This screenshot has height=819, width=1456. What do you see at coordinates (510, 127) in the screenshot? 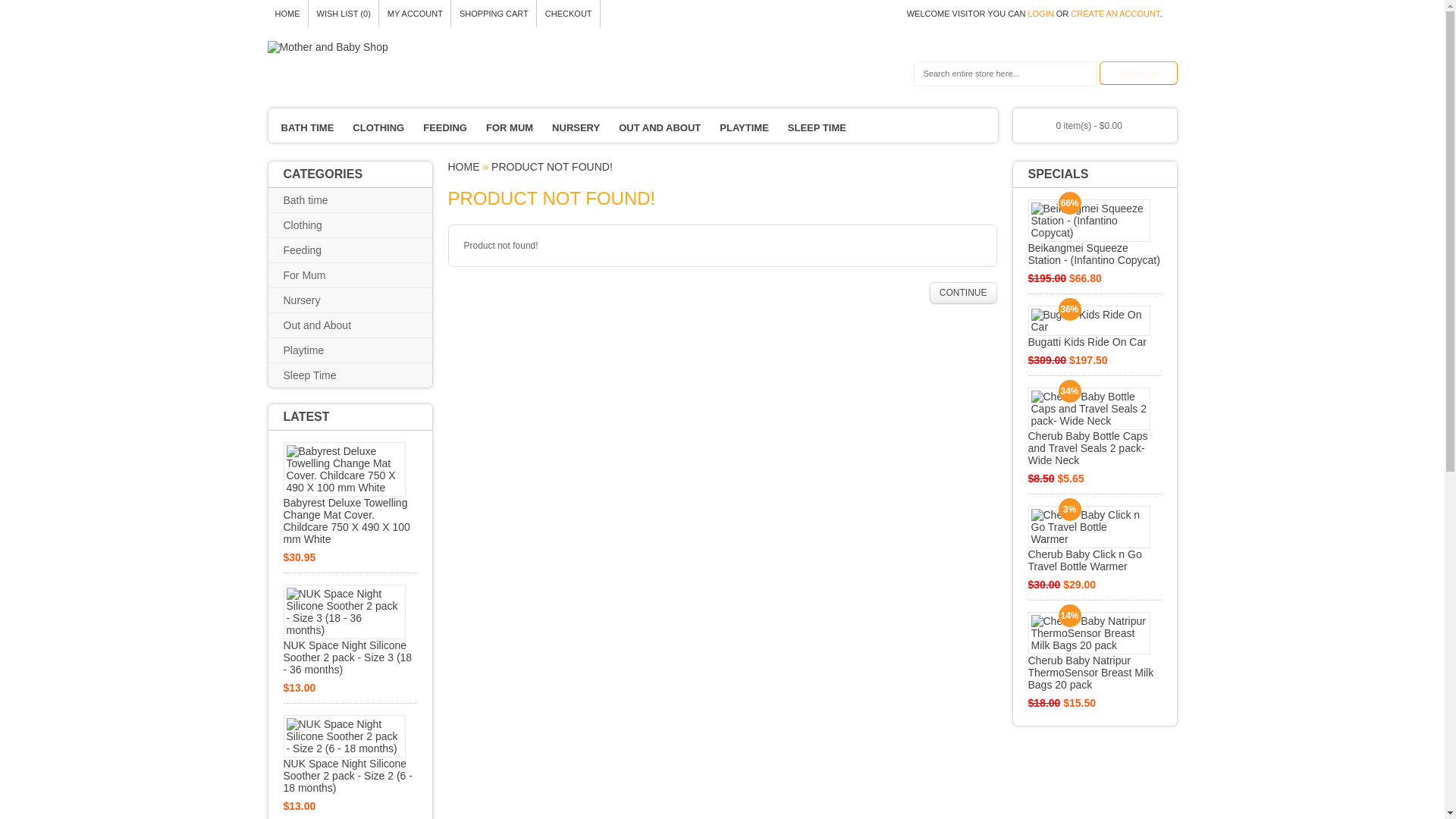
I see `'FOR MUM'` at bounding box center [510, 127].